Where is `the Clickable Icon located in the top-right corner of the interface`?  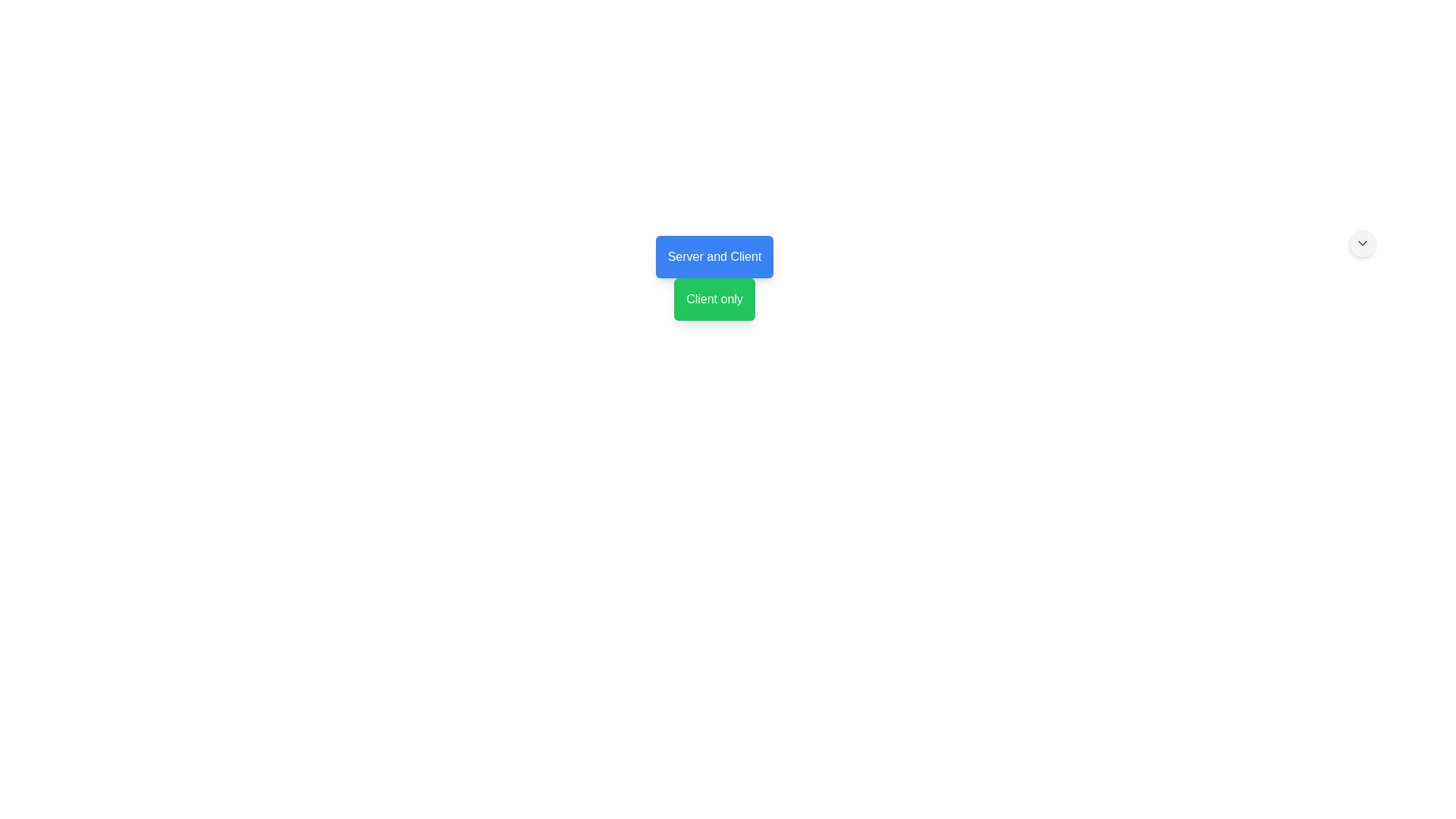
the Clickable Icon located in the top-right corner of the interface is located at coordinates (1362, 242).